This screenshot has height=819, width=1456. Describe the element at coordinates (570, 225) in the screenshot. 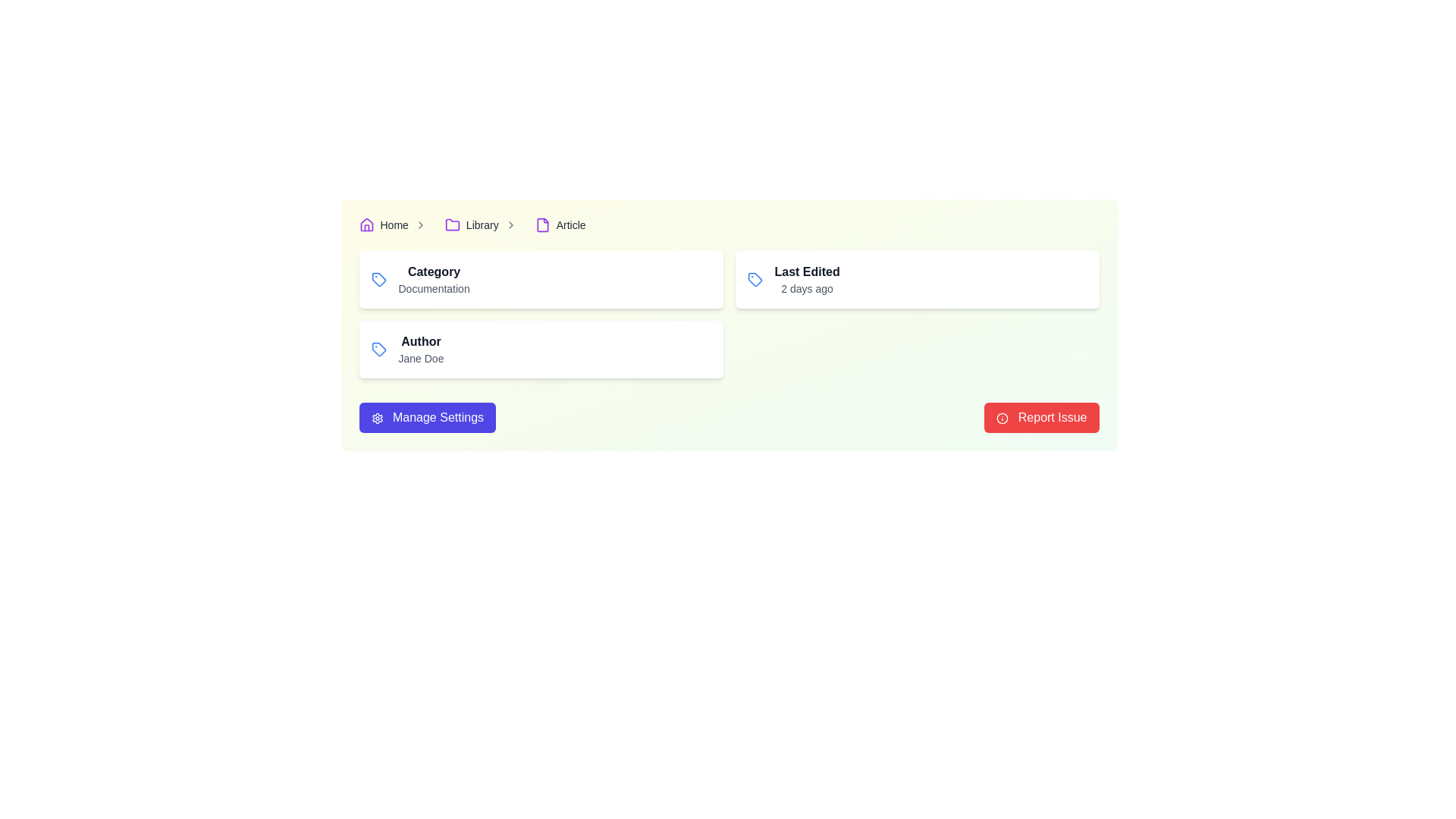

I see `the clickable link in the breadcrumb navigation bar that takes the user to the 'Article' section` at that location.